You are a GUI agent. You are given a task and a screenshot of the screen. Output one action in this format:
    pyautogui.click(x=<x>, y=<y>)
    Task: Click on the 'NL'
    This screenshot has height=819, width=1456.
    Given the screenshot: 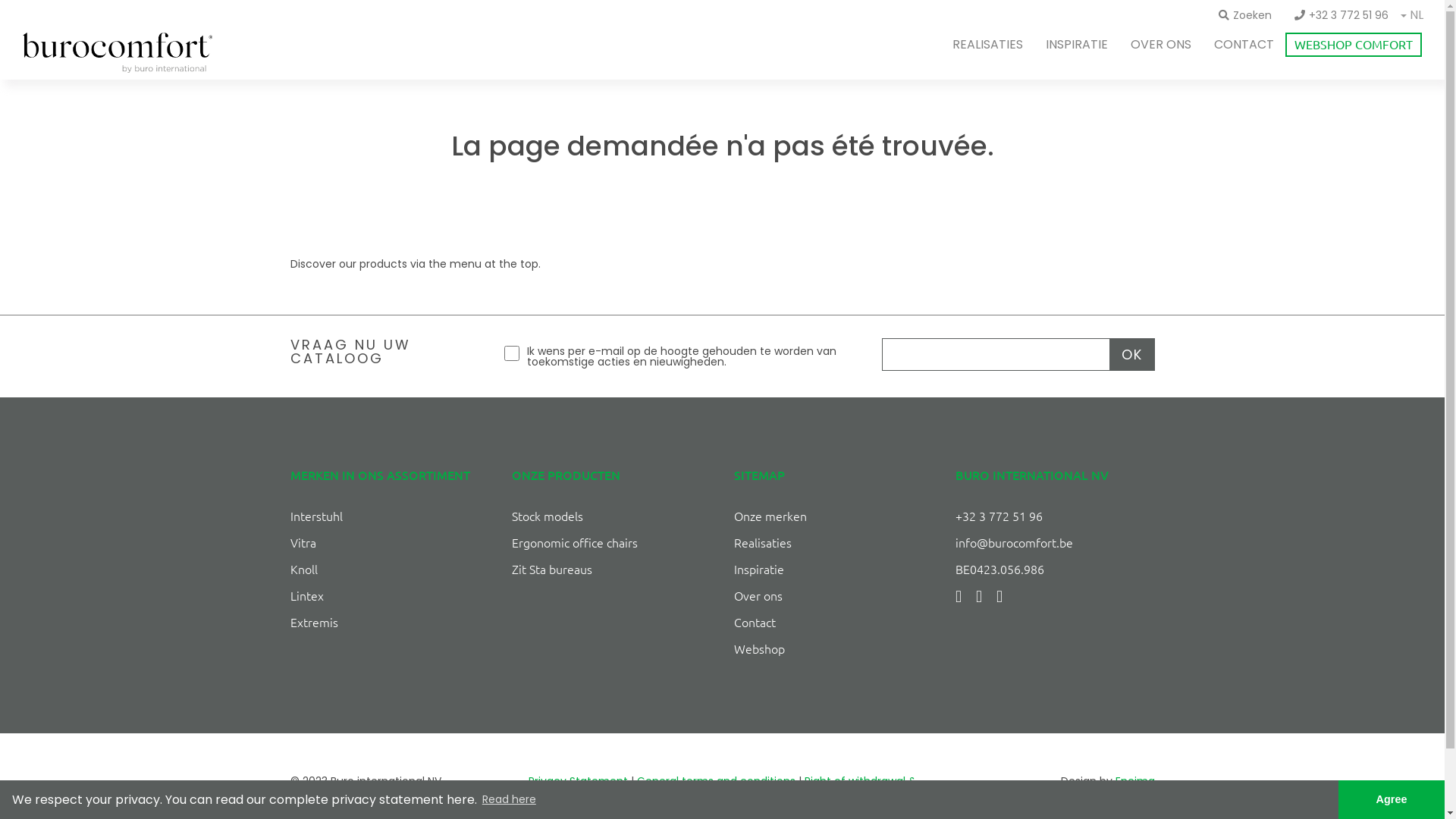 What is the action you would take?
    pyautogui.click(x=1415, y=16)
    